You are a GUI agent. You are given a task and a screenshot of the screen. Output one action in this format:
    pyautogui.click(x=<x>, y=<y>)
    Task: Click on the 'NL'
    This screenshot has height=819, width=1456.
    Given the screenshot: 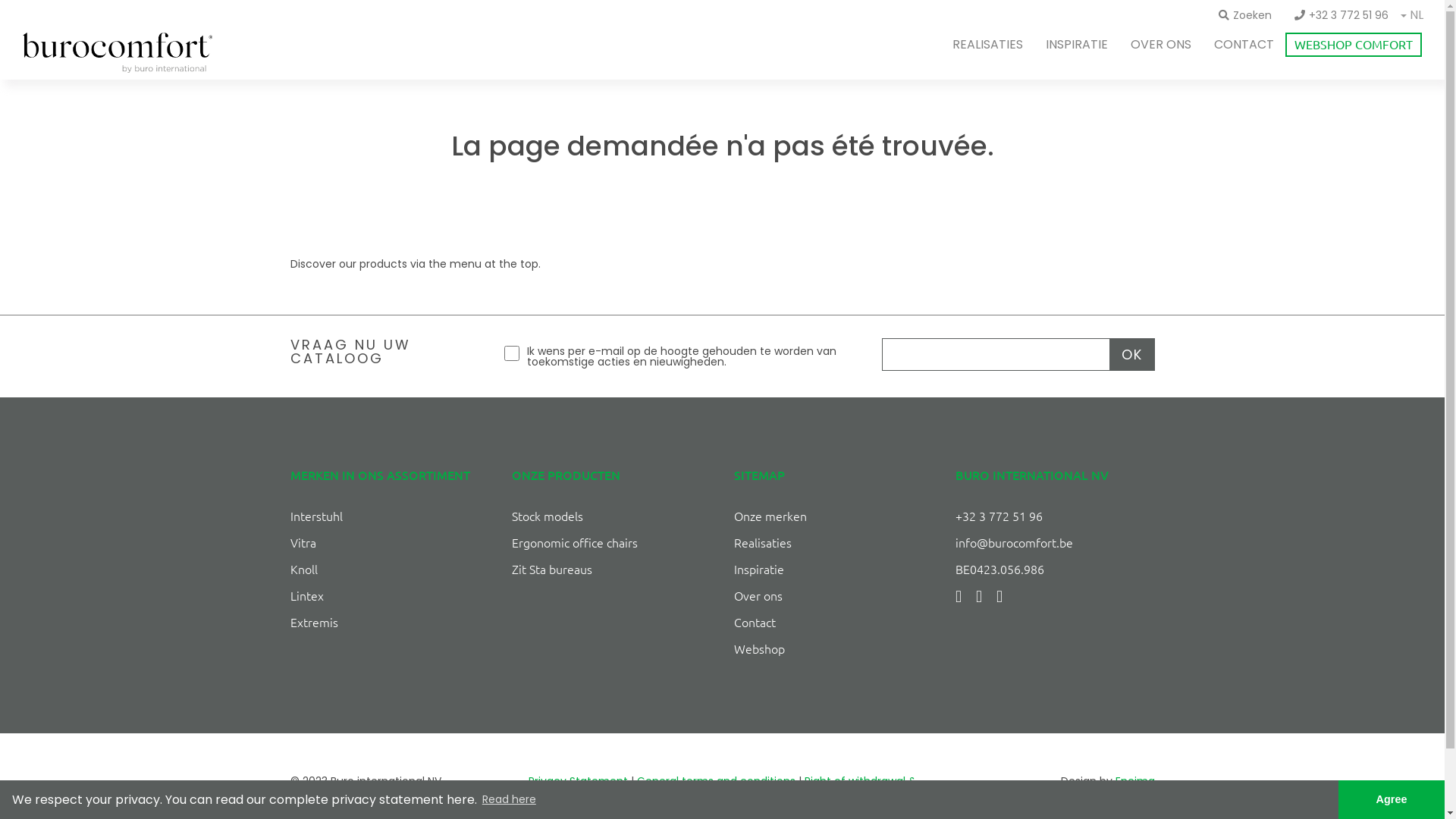 What is the action you would take?
    pyautogui.click(x=1415, y=16)
    